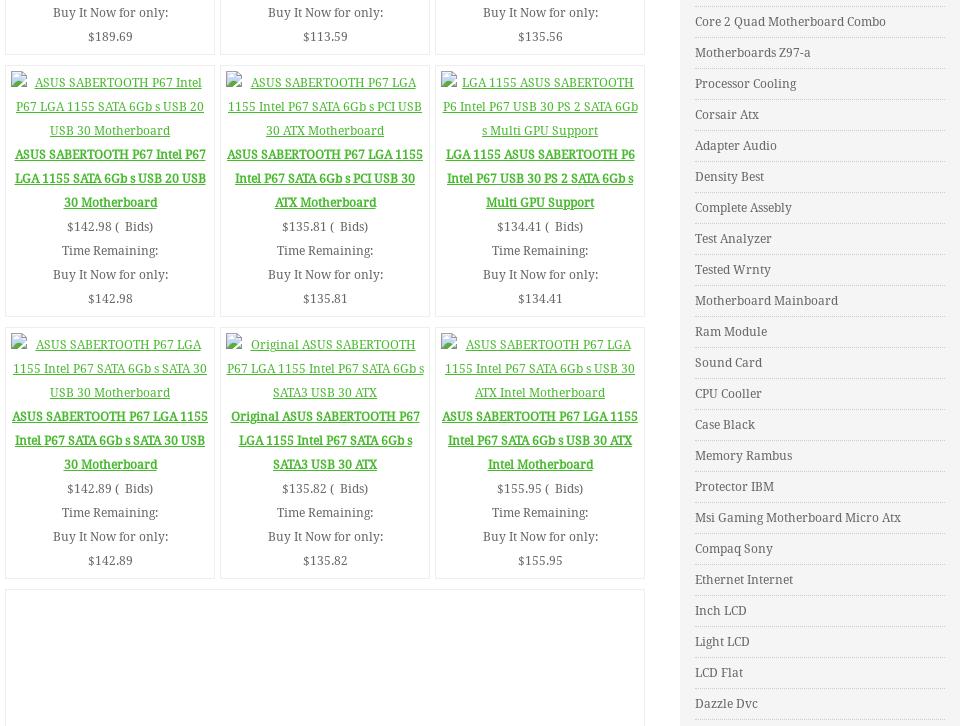 This screenshot has width=960, height=726. I want to click on 'Sound Card', so click(727, 363).